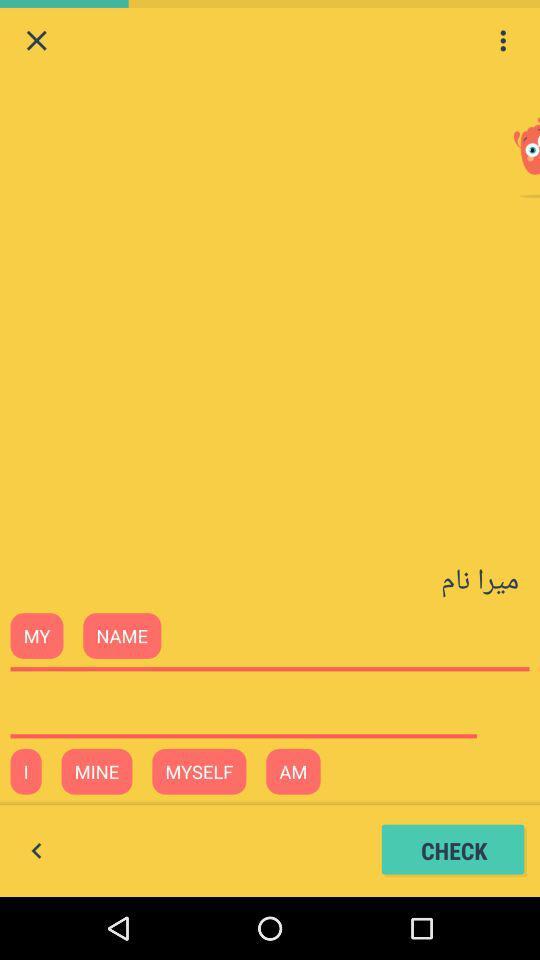 This screenshot has width=540, height=960. What do you see at coordinates (292, 771) in the screenshot?
I see `the text am` at bounding box center [292, 771].